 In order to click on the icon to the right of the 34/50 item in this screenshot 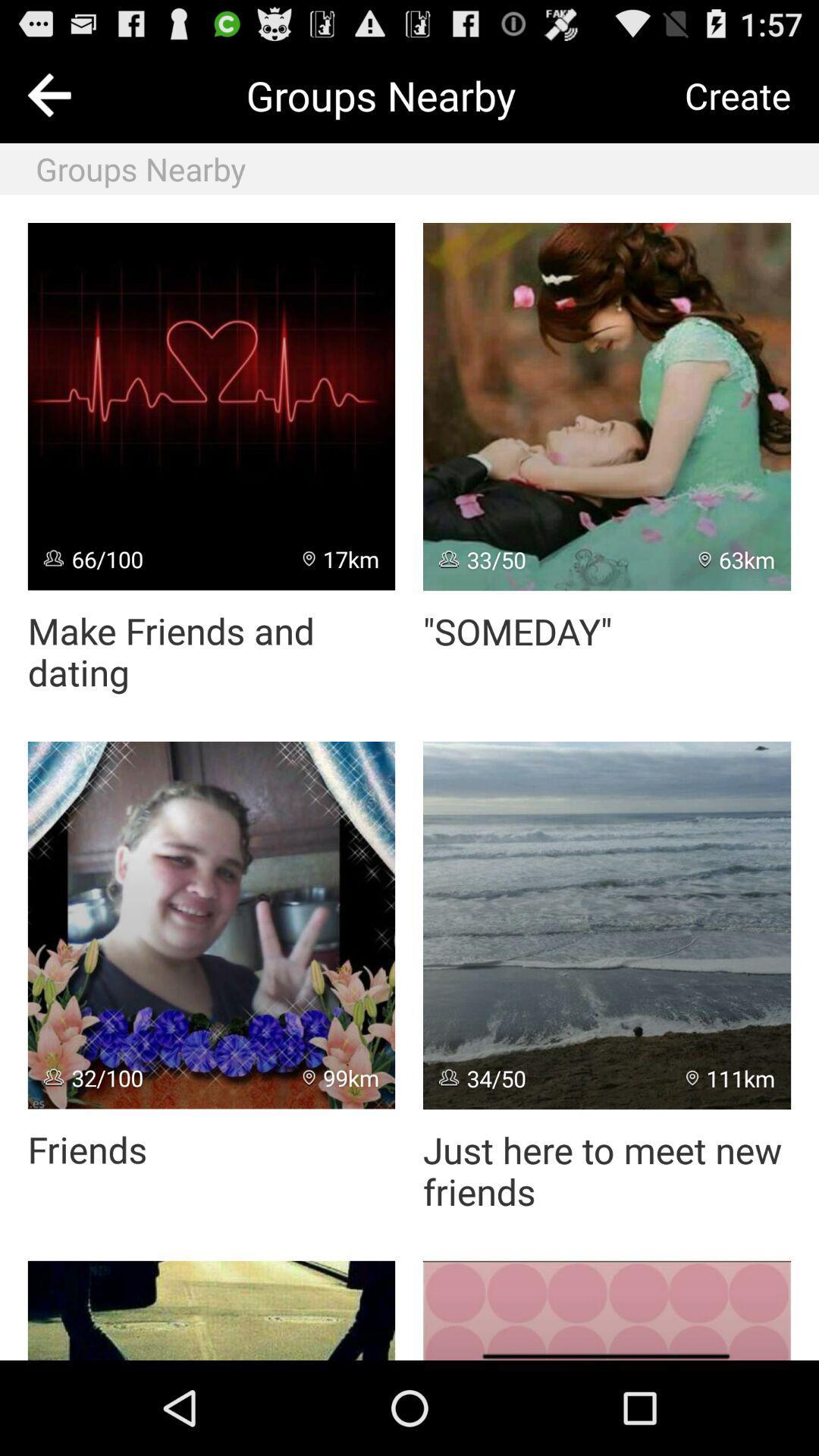, I will do `click(730, 1077)`.